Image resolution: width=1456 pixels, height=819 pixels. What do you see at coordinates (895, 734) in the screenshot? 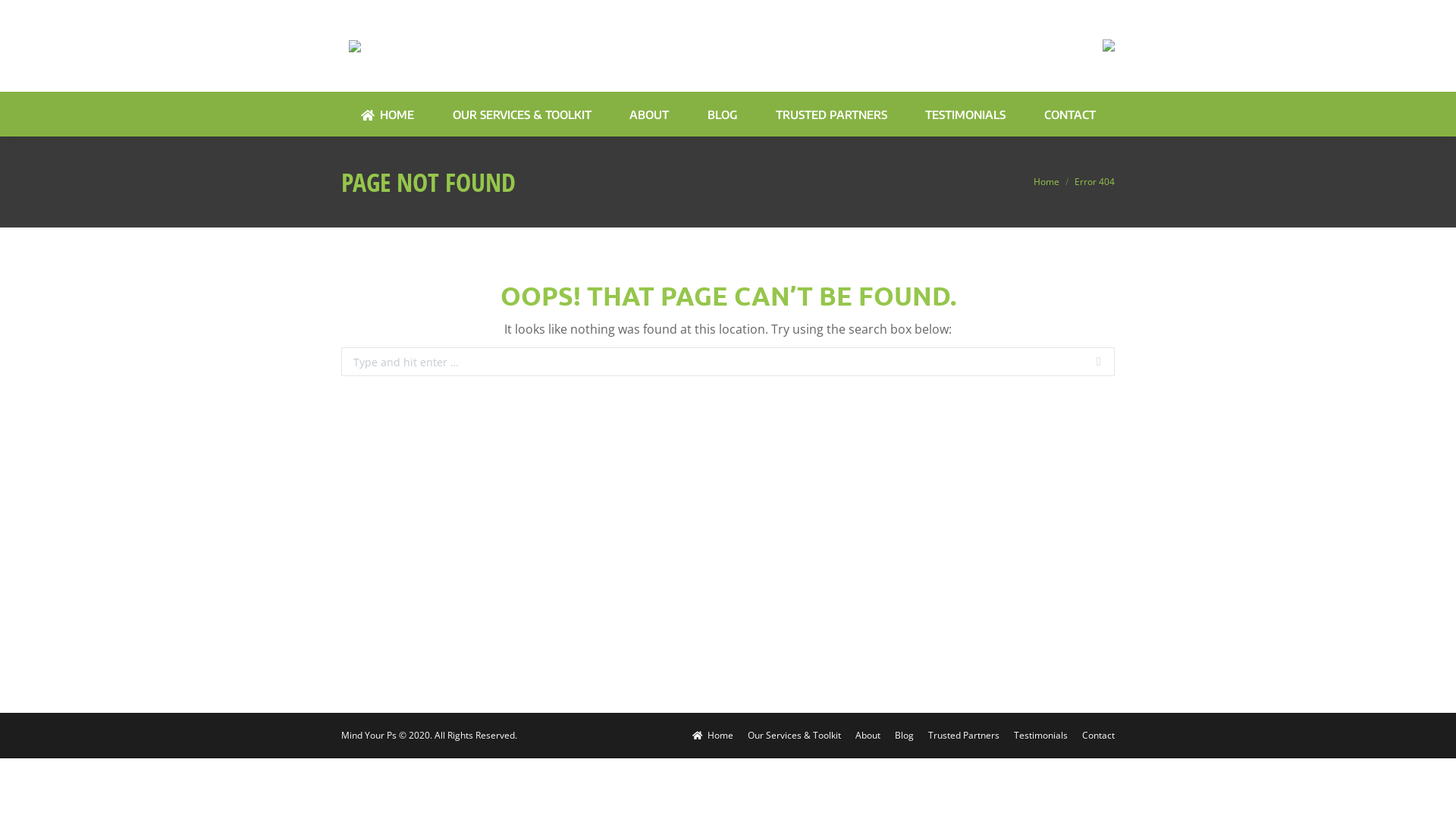
I see `'Blog'` at bounding box center [895, 734].